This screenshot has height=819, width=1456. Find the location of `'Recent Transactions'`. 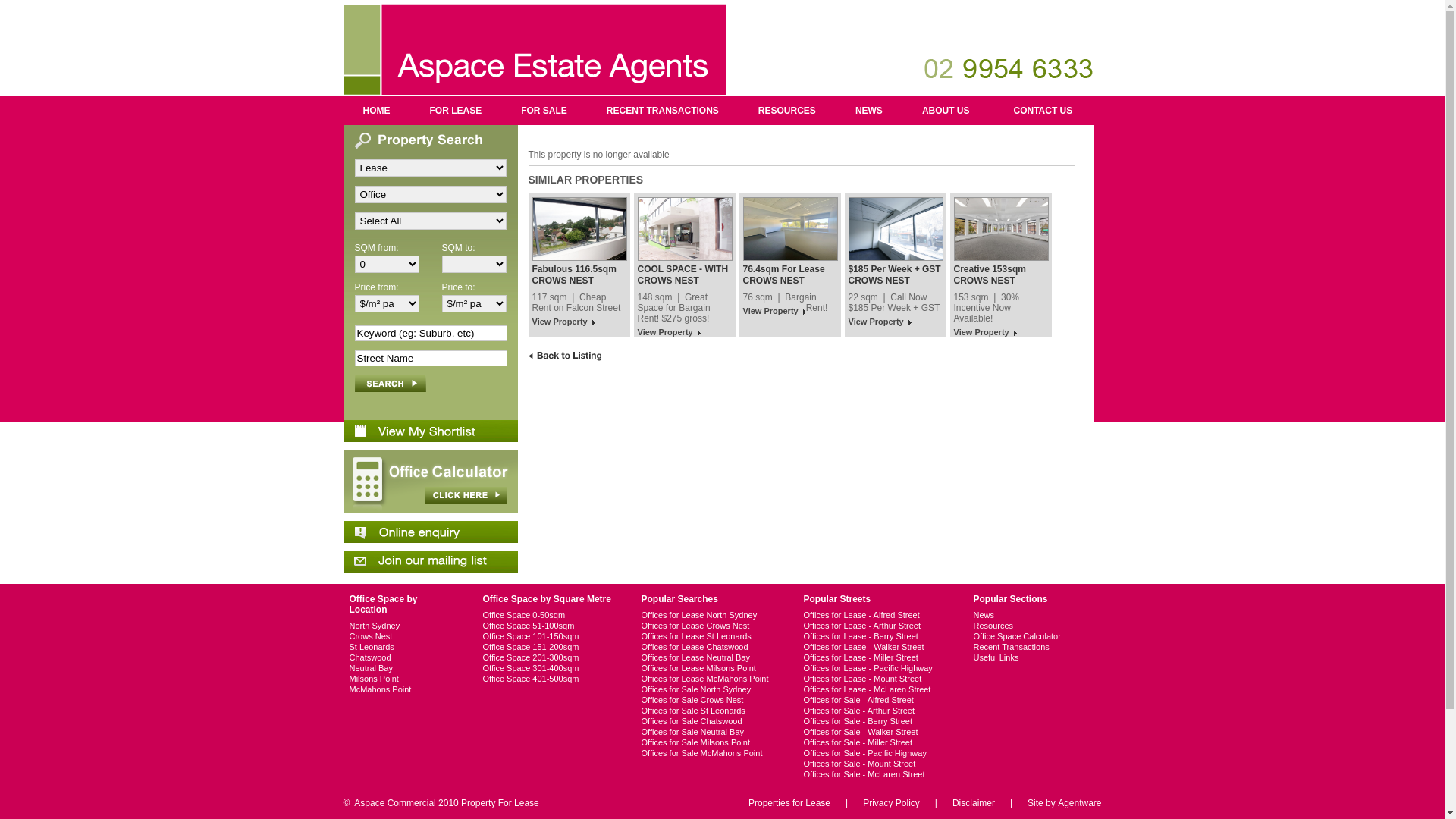

'Recent Transactions' is located at coordinates (1019, 646).